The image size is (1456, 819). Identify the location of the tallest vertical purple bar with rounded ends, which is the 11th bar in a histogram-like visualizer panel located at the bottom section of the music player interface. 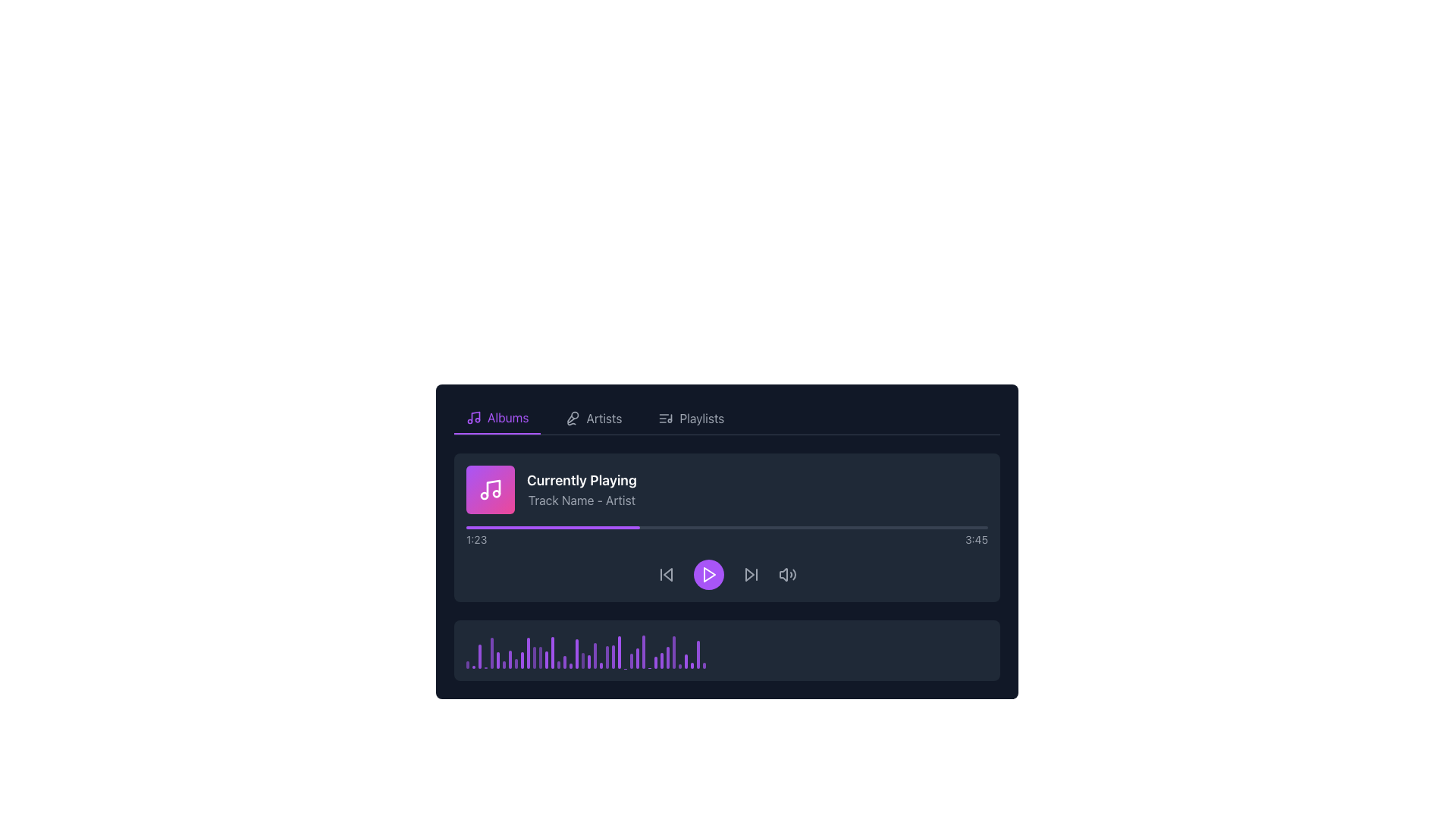
(528, 651).